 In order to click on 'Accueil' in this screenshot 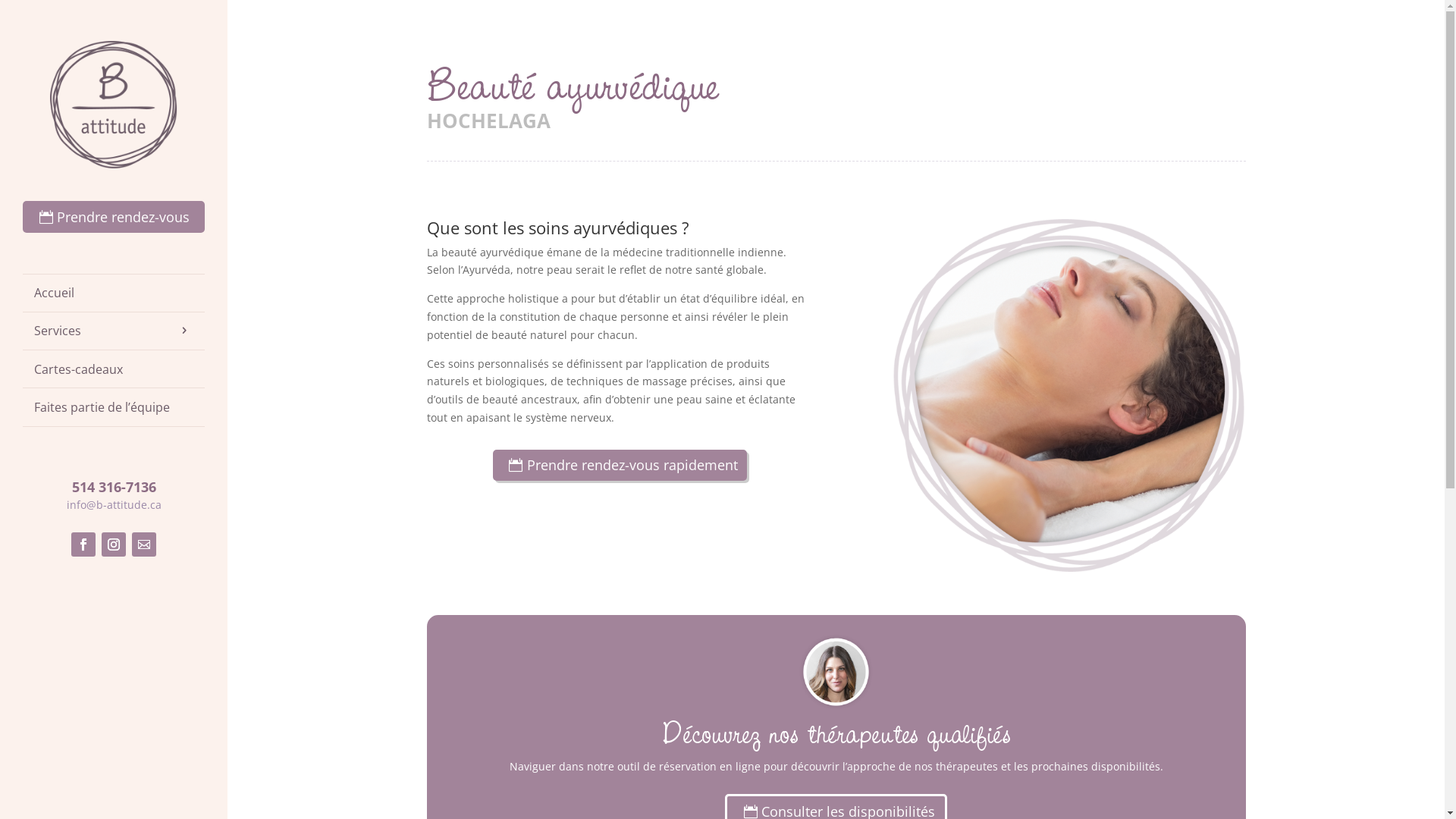, I will do `click(112, 292)`.